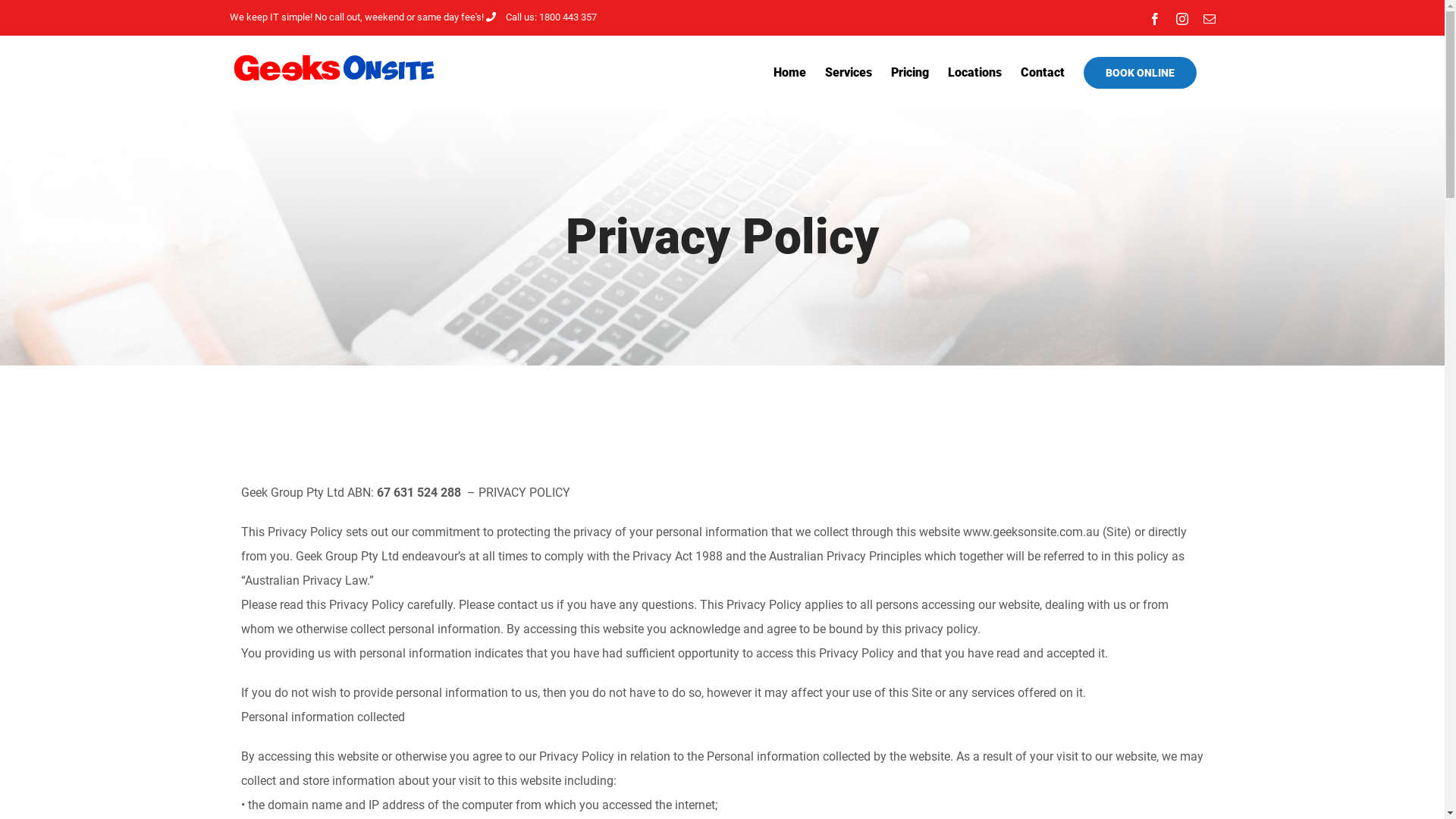  What do you see at coordinates (1175, 17) in the screenshot?
I see `'Instagram'` at bounding box center [1175, 17].